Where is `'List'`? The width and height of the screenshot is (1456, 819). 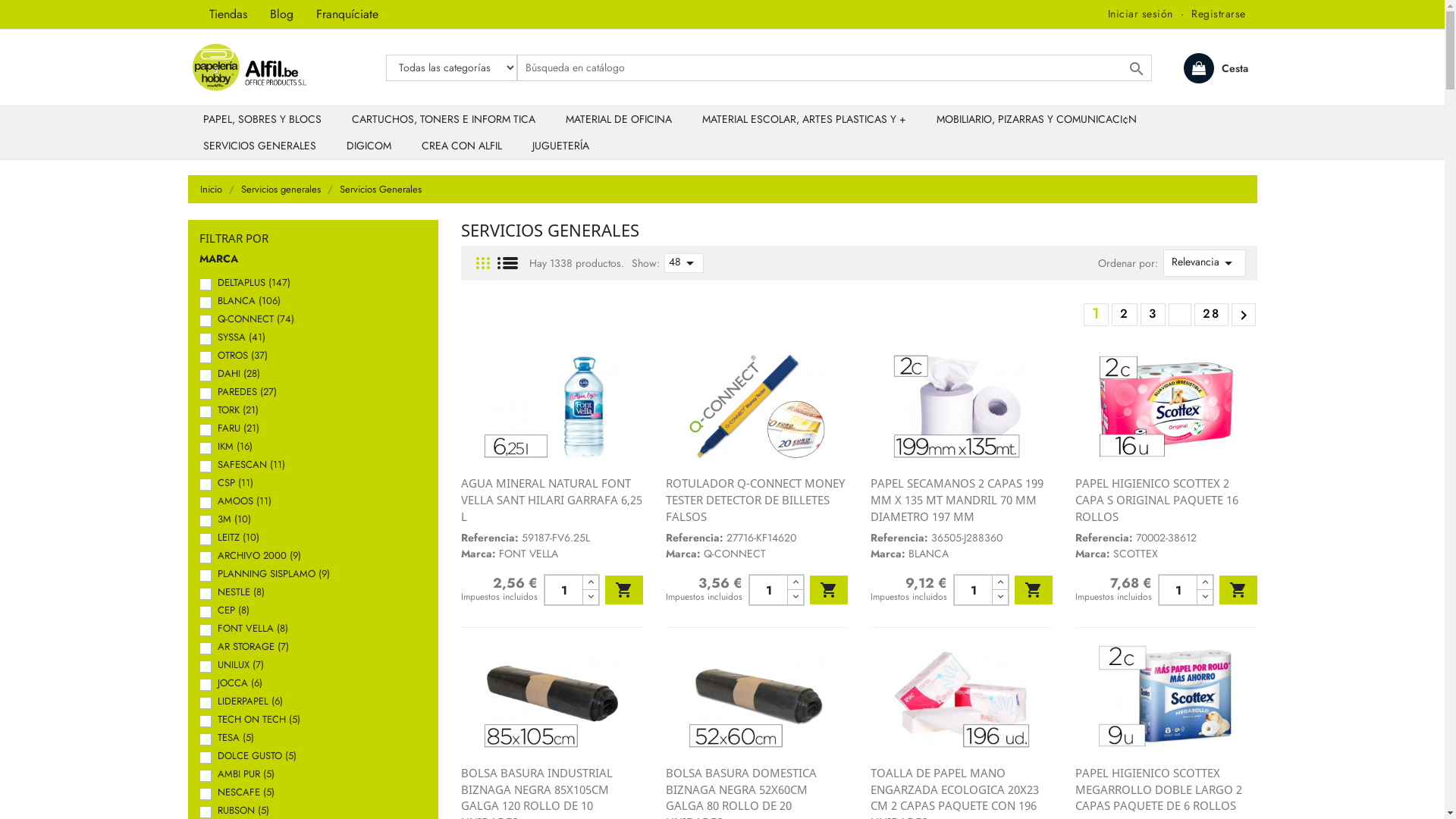
'List' is located at coordinates (497, 262).